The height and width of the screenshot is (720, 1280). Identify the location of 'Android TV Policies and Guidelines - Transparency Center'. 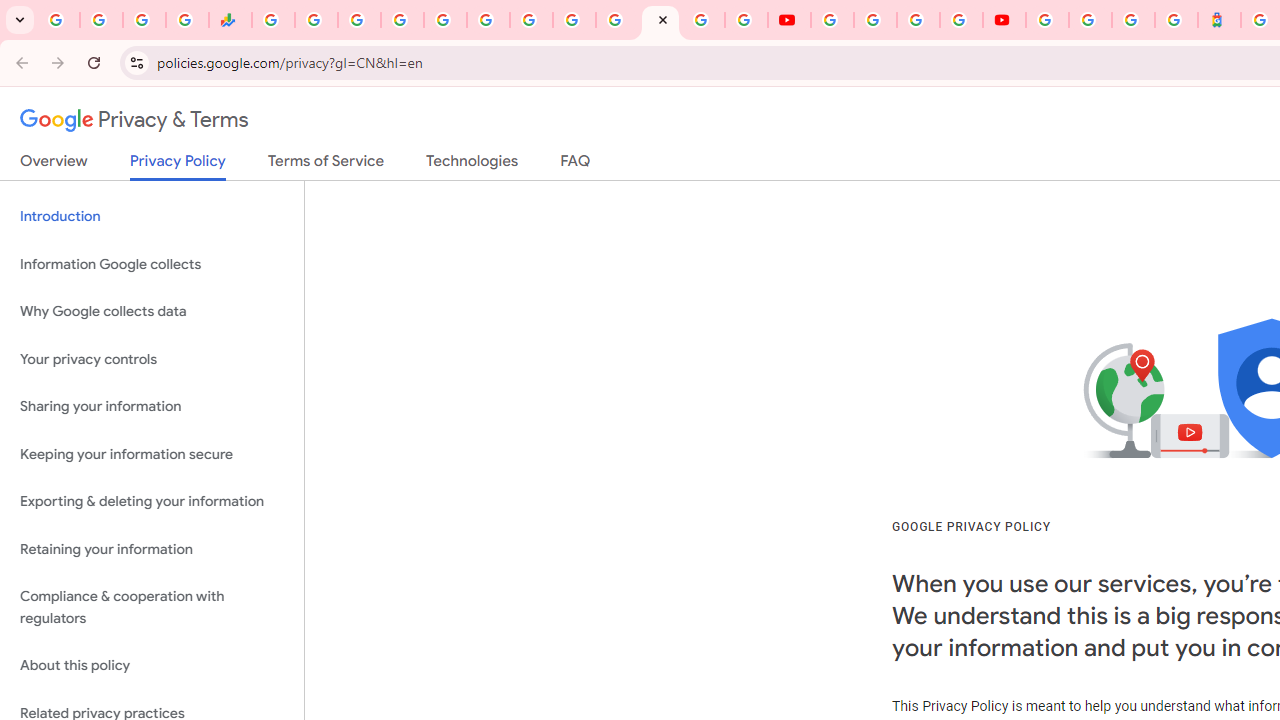
(531, 20).